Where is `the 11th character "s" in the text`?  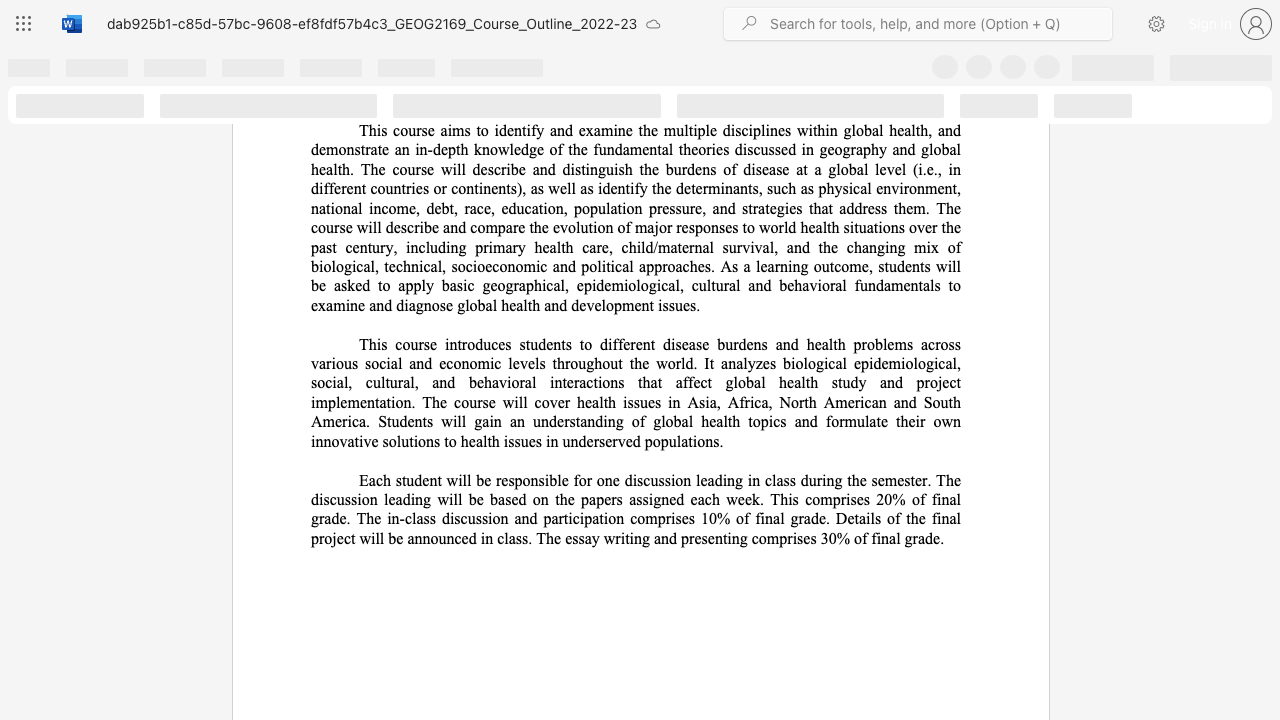
the 11th character "s" in the text is located at coordinates (423, 168).